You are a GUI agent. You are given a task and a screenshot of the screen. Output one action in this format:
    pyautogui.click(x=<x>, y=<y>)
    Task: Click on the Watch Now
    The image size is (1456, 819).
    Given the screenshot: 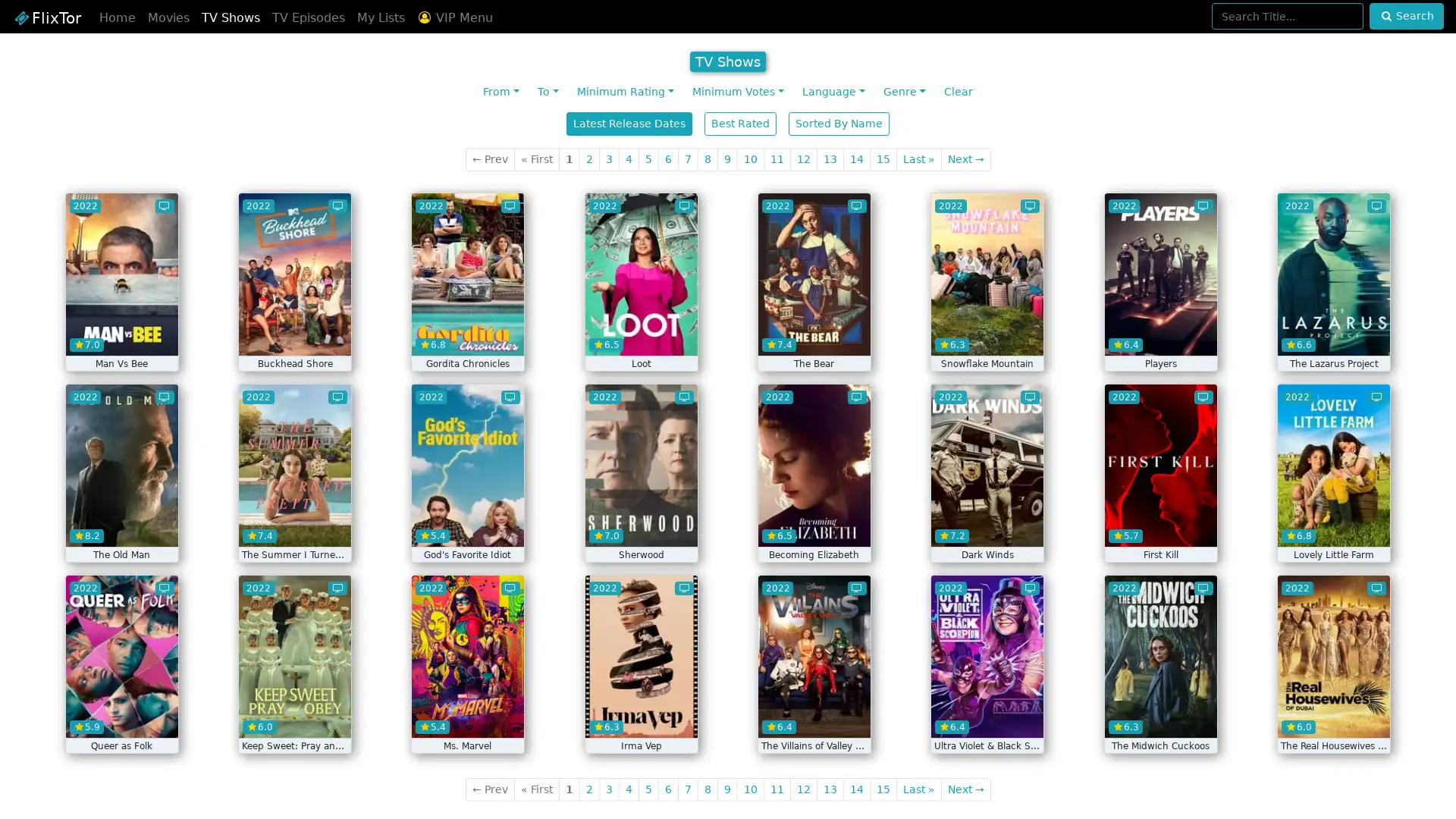 What is the action you would take?
    pyautogui.click(x=1159, y=716)
    